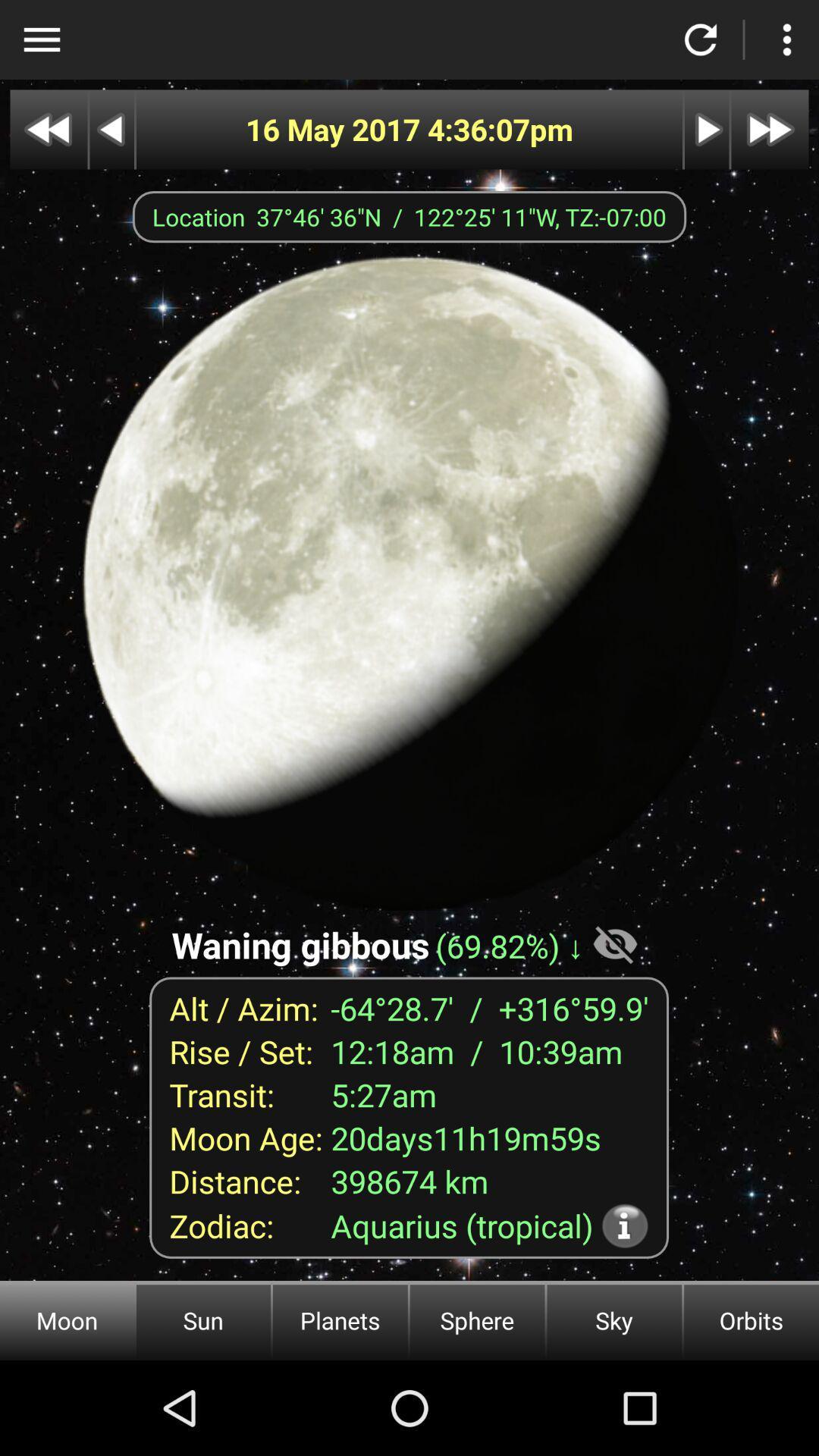 Image resolution: width=819 pixels, height=1456 pixels. I want to click on more options, so click(786, 39).